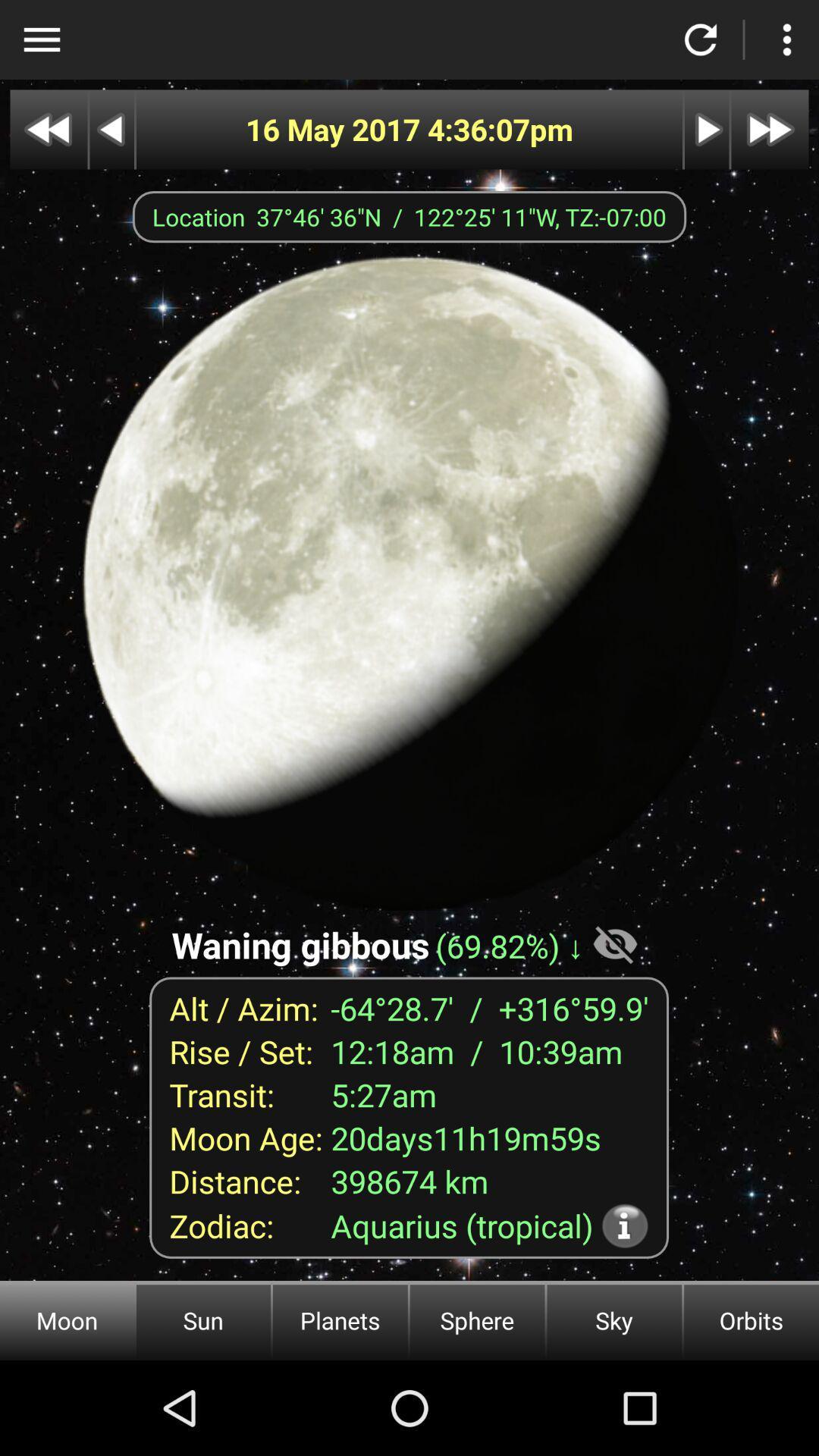 Image resolution: width=819 pixels, height=1456 pixels. I want to click on more options, so click(786, 39).